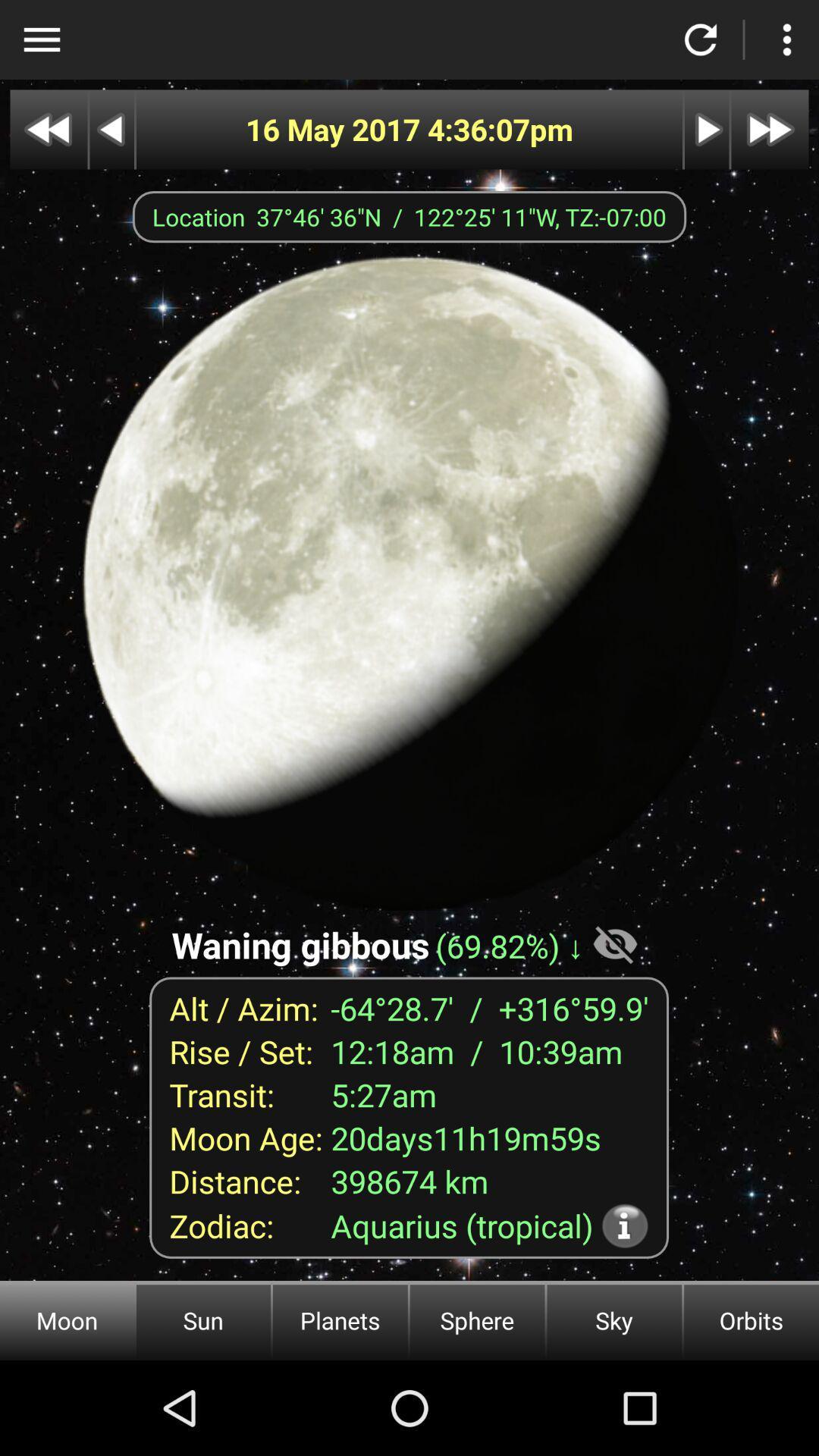 Image resolution: width=819 pixels, height=1456 pixels. I want to click on more options, so click(786, 39).